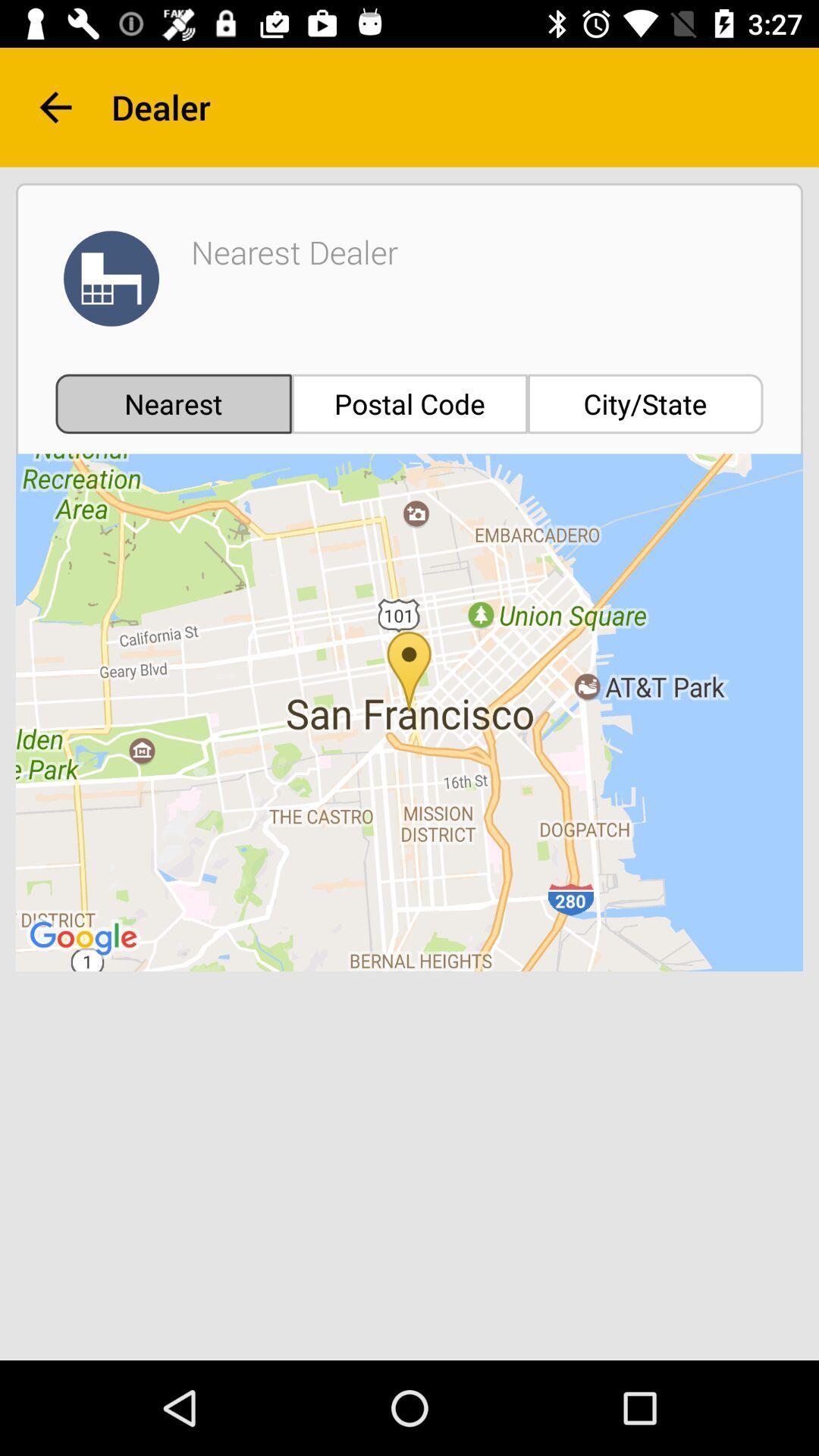  What do you see at coordinates (409, 403) in the screenshot?
I see `the postal code` at bounding box center [409, 403].